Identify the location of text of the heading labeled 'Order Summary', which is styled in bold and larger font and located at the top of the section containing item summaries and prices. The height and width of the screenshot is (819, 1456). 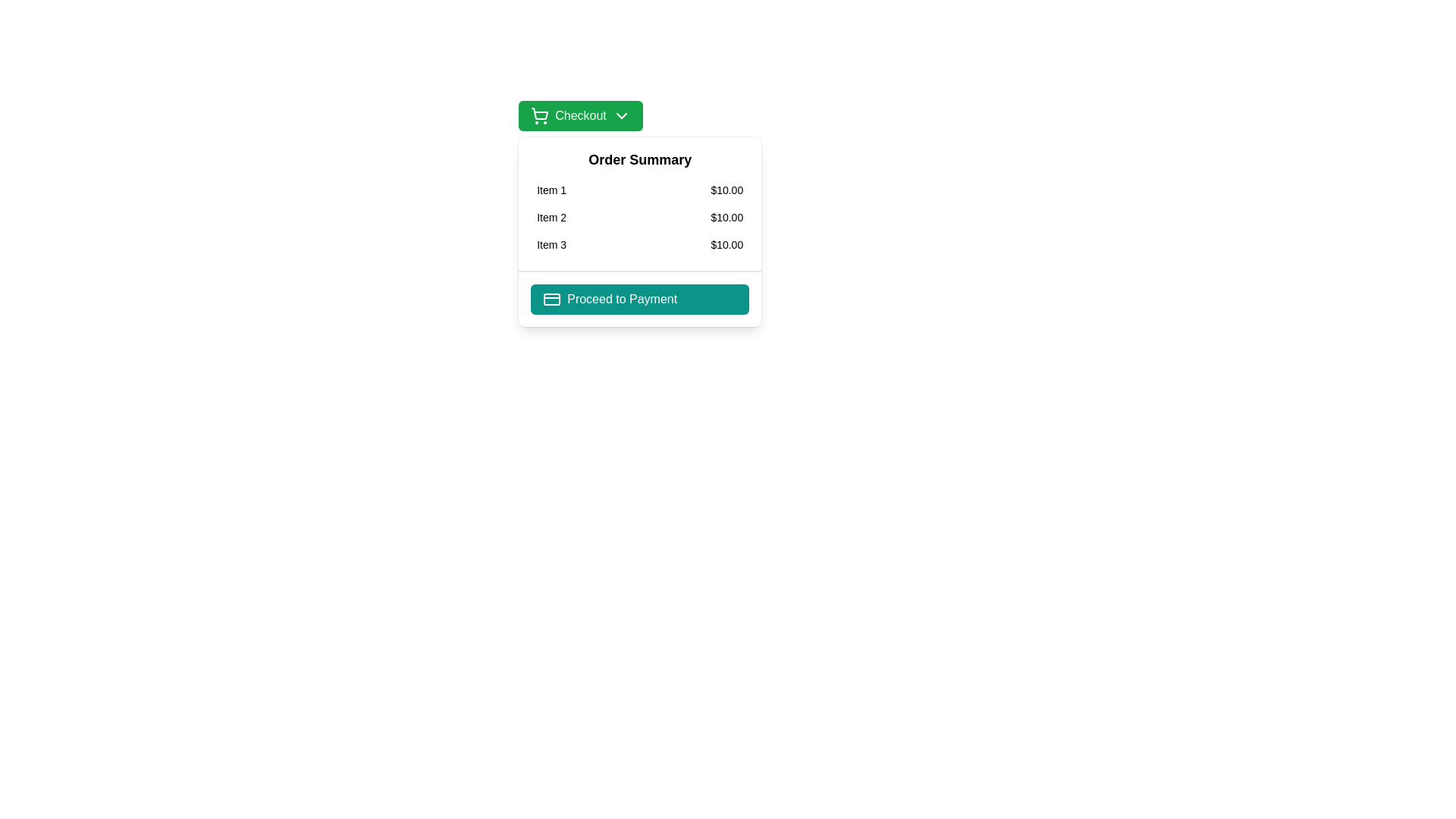
(640, 160).